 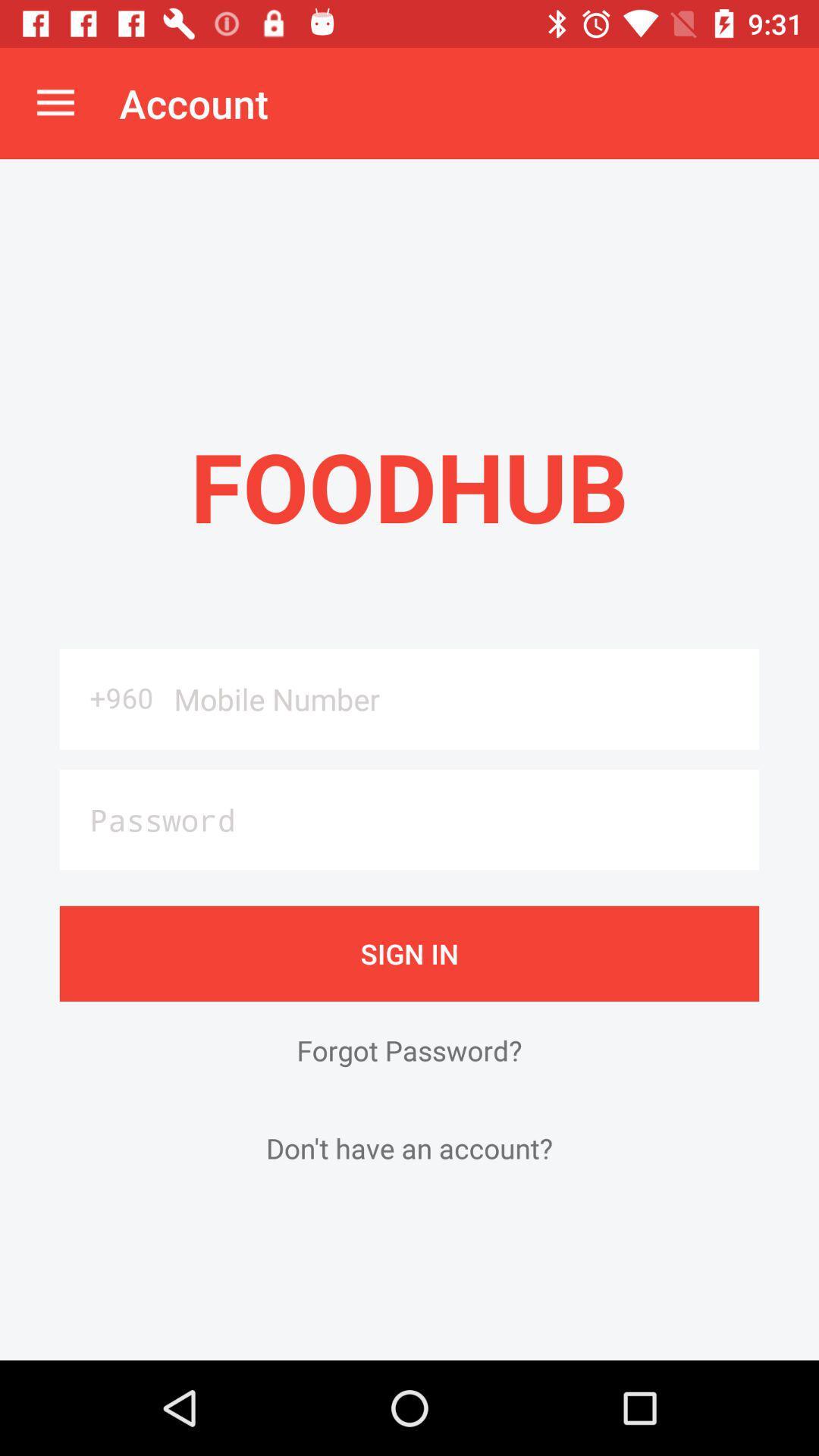 What do you see at coordinates (55, 102) in the screenshot?
I see `the icon next to the account app` at bounding box center [55, 102].